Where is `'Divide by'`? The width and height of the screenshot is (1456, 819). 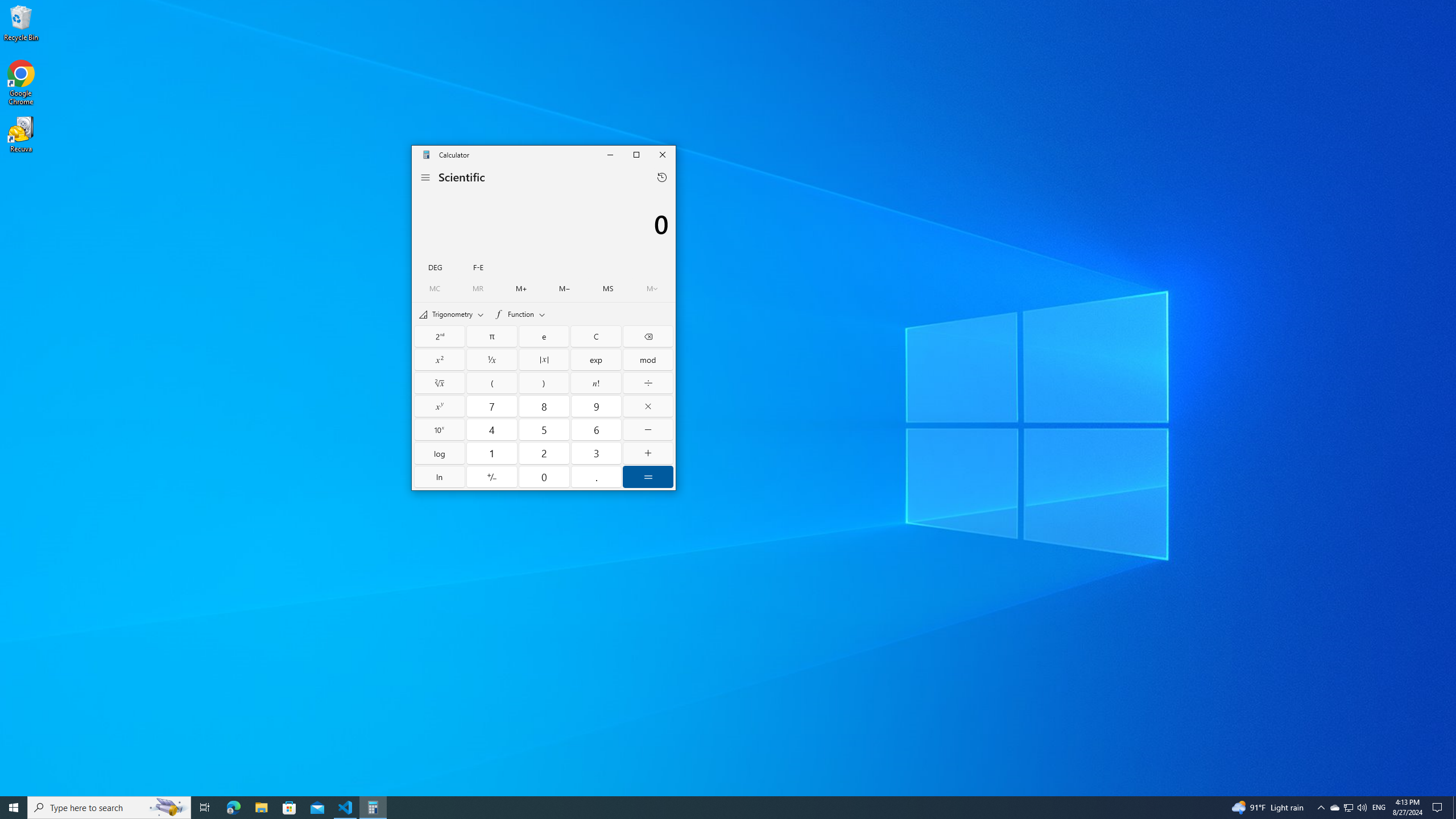
'Divide by' is located at coordinates (647, 383).